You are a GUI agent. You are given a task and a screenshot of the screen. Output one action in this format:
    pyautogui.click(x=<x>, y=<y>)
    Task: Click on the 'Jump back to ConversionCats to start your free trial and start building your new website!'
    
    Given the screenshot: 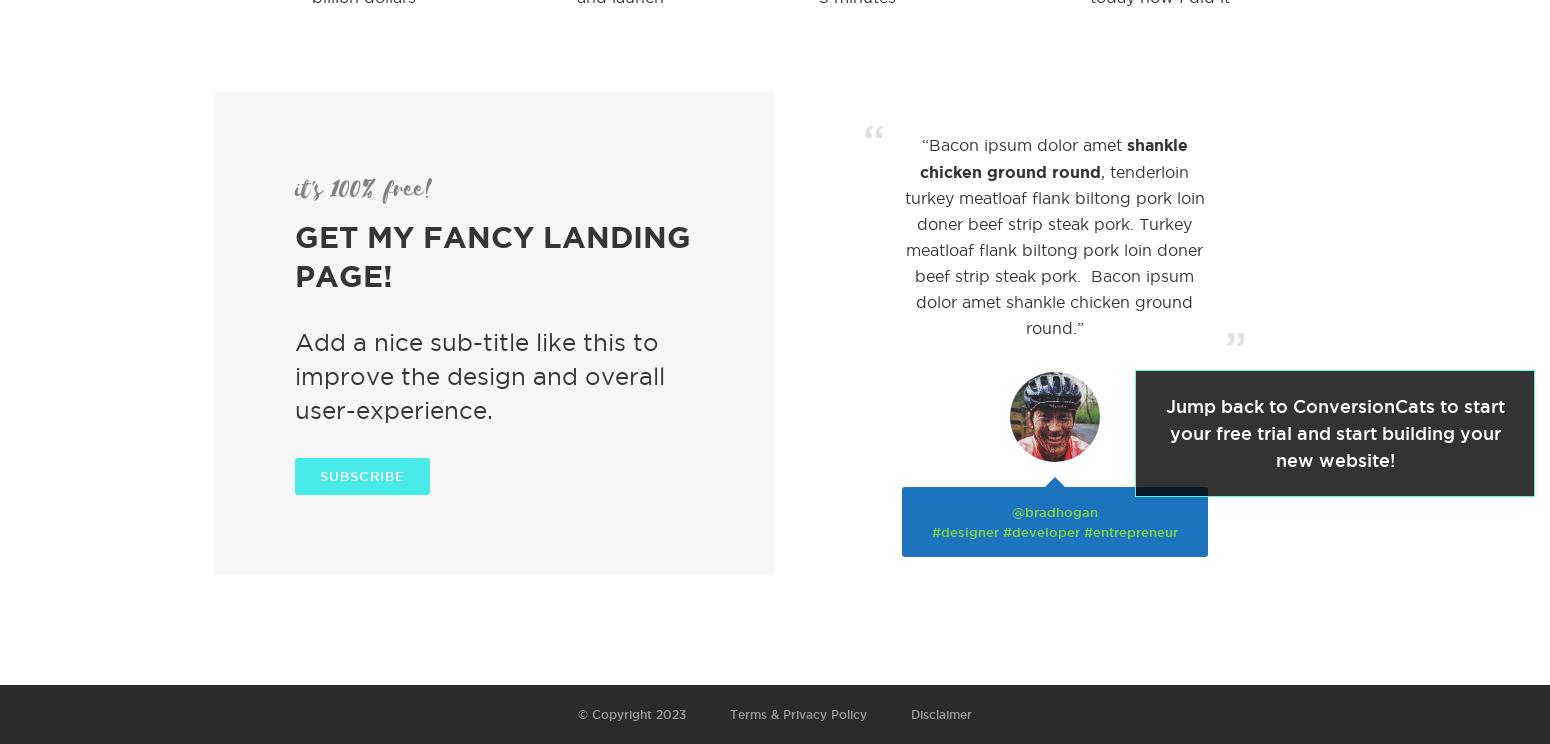 What is the action you would take?
    pyautogui.click(x=1334, y=432)
    